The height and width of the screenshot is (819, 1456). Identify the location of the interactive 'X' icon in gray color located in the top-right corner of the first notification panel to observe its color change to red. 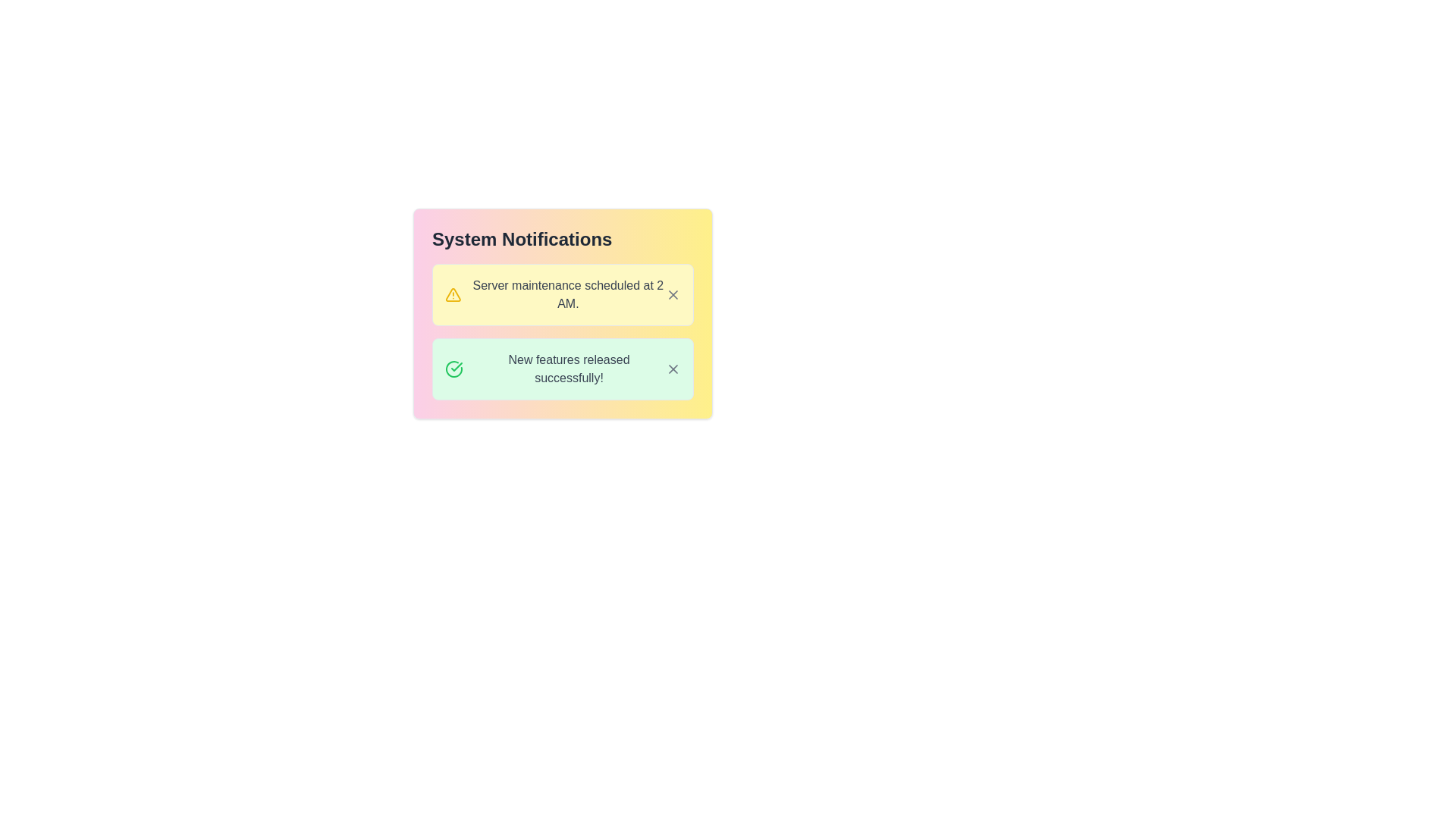
(673, 295).